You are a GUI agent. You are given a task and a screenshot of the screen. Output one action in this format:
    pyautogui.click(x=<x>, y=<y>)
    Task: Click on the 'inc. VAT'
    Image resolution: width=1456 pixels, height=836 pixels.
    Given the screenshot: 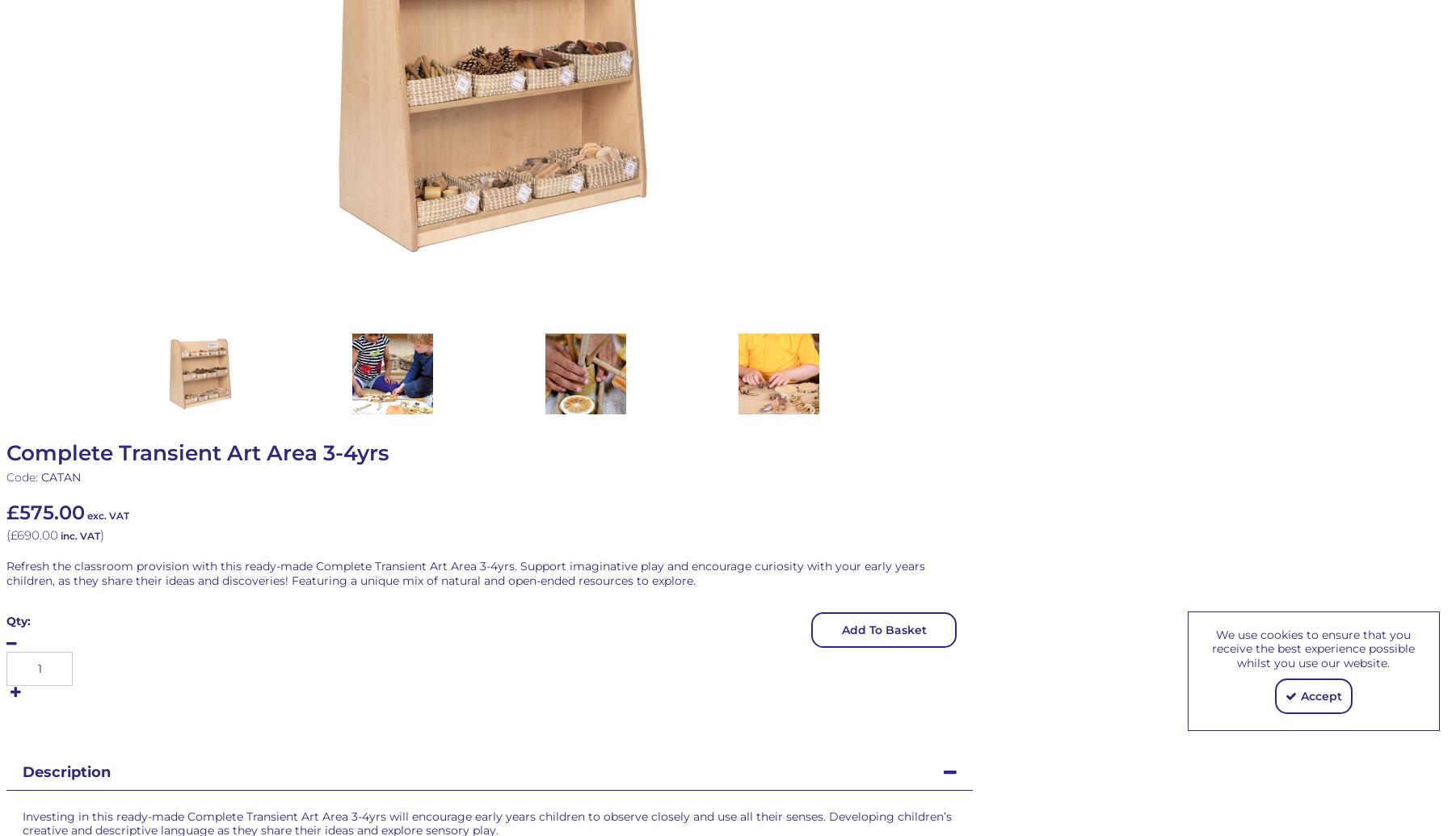 What is the action you would take?
    pyautogui.click(x=80, y=535)
    